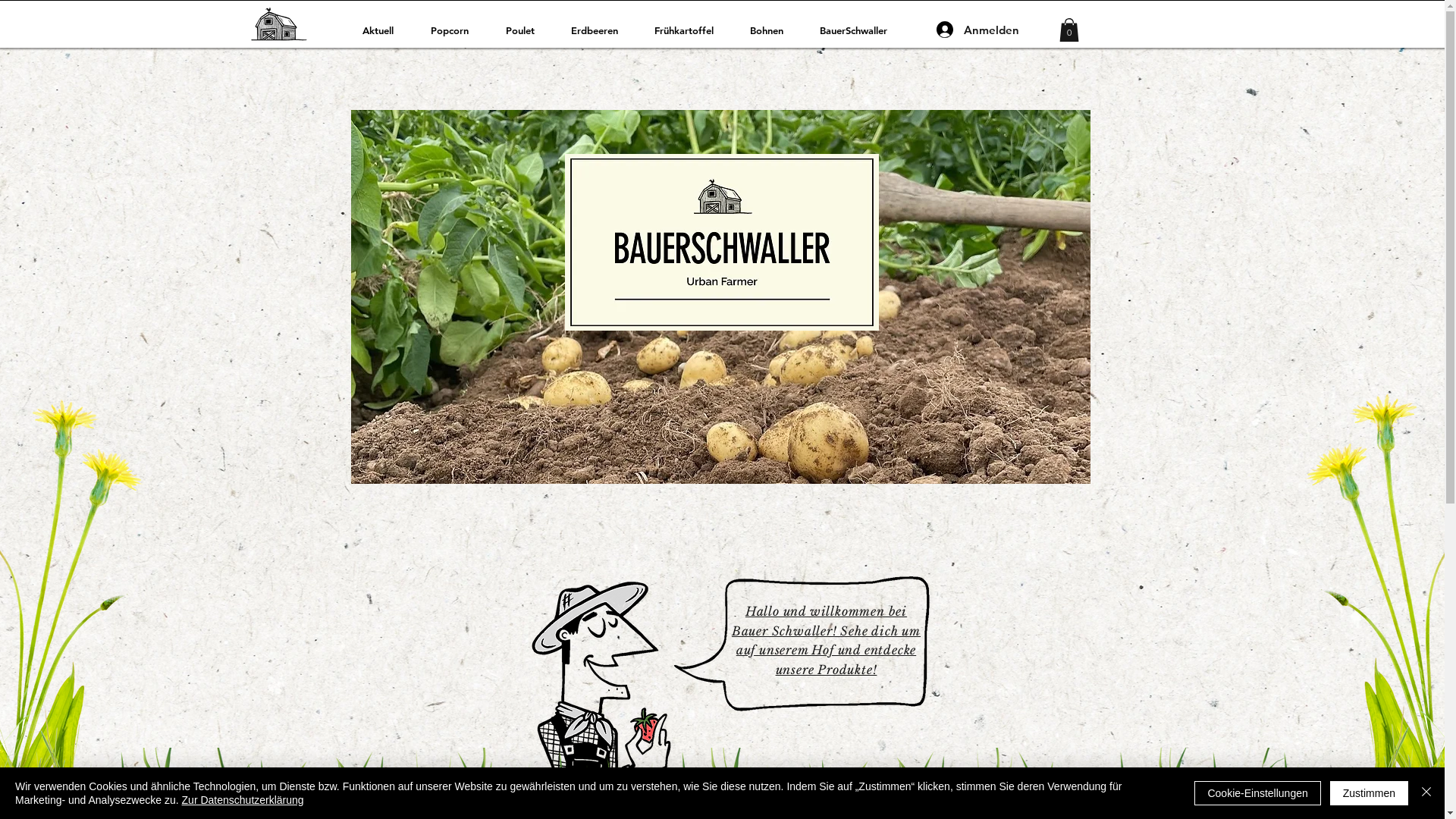 The height and width of the screenshot is (819, 1456). What do you see at coordinates (860, 30) in the screenshot?
I see `'BauerSchwaller'` at bounding box center [860, 30].